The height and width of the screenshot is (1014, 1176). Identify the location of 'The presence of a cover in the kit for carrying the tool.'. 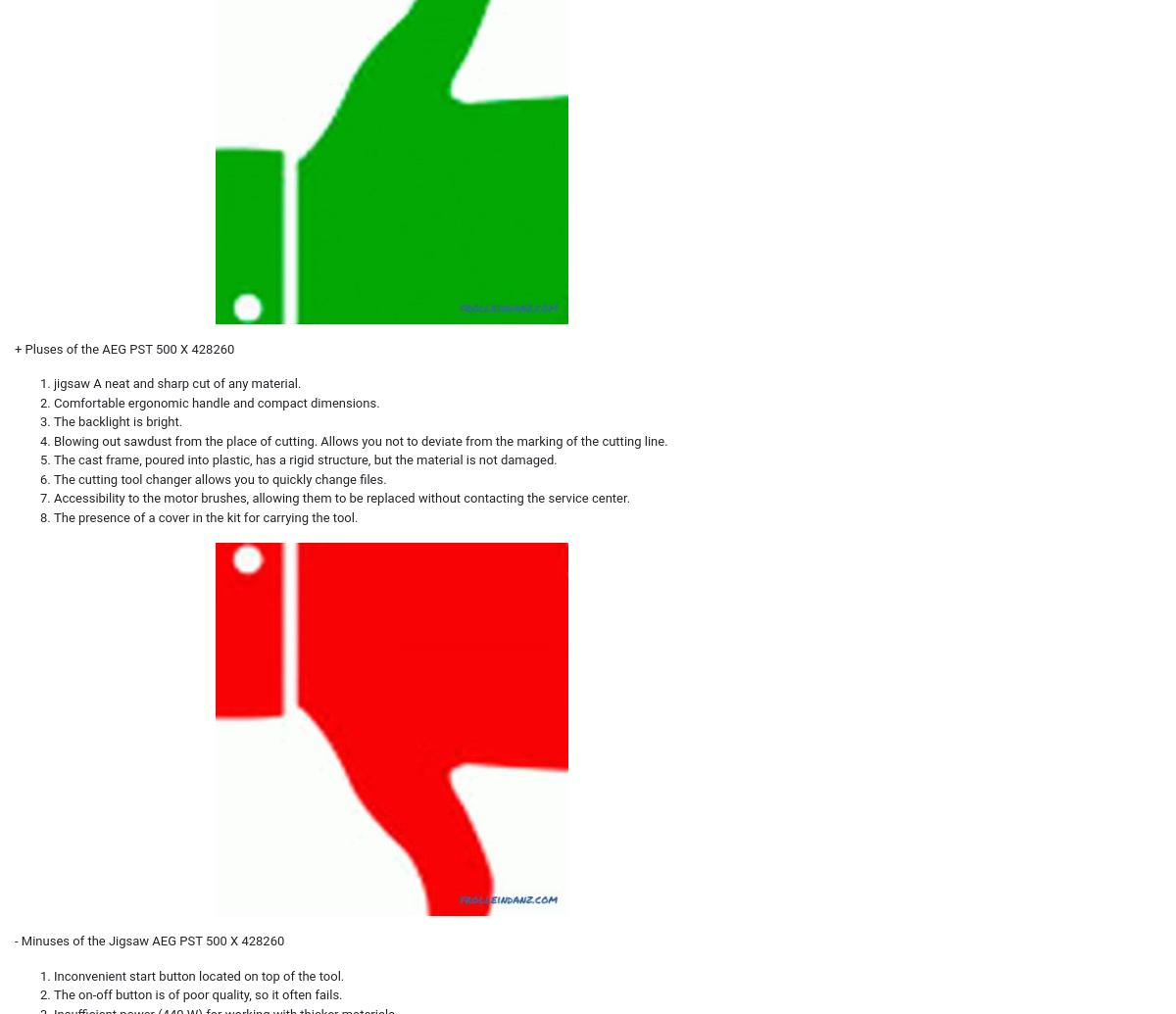
(205, 515).